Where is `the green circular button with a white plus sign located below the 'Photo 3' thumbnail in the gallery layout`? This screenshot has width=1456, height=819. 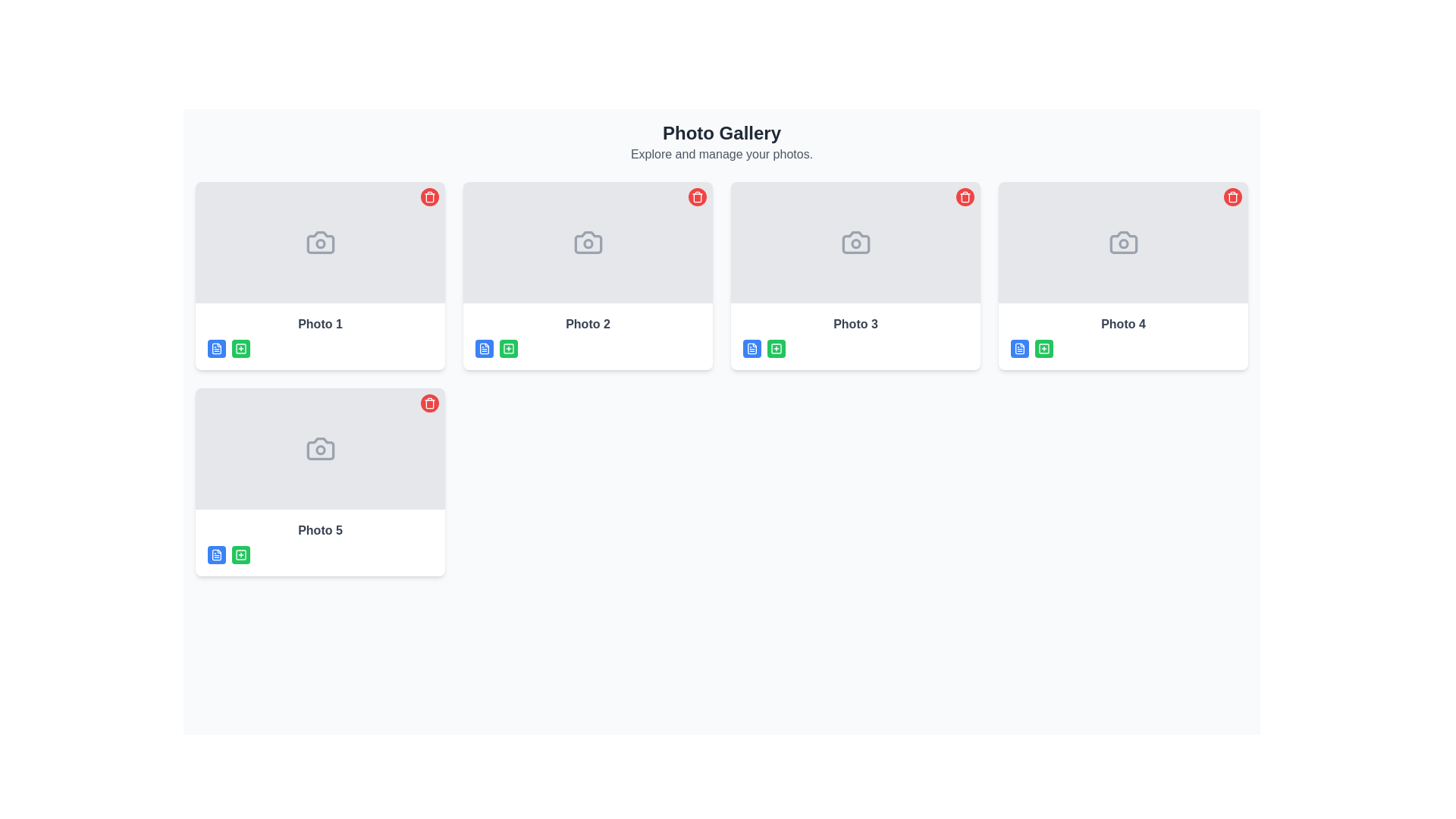 the green circular button with a white plus sign located below the 'Photo 3' thumbnail in the gallery layout is located at coordinates (776, 348).